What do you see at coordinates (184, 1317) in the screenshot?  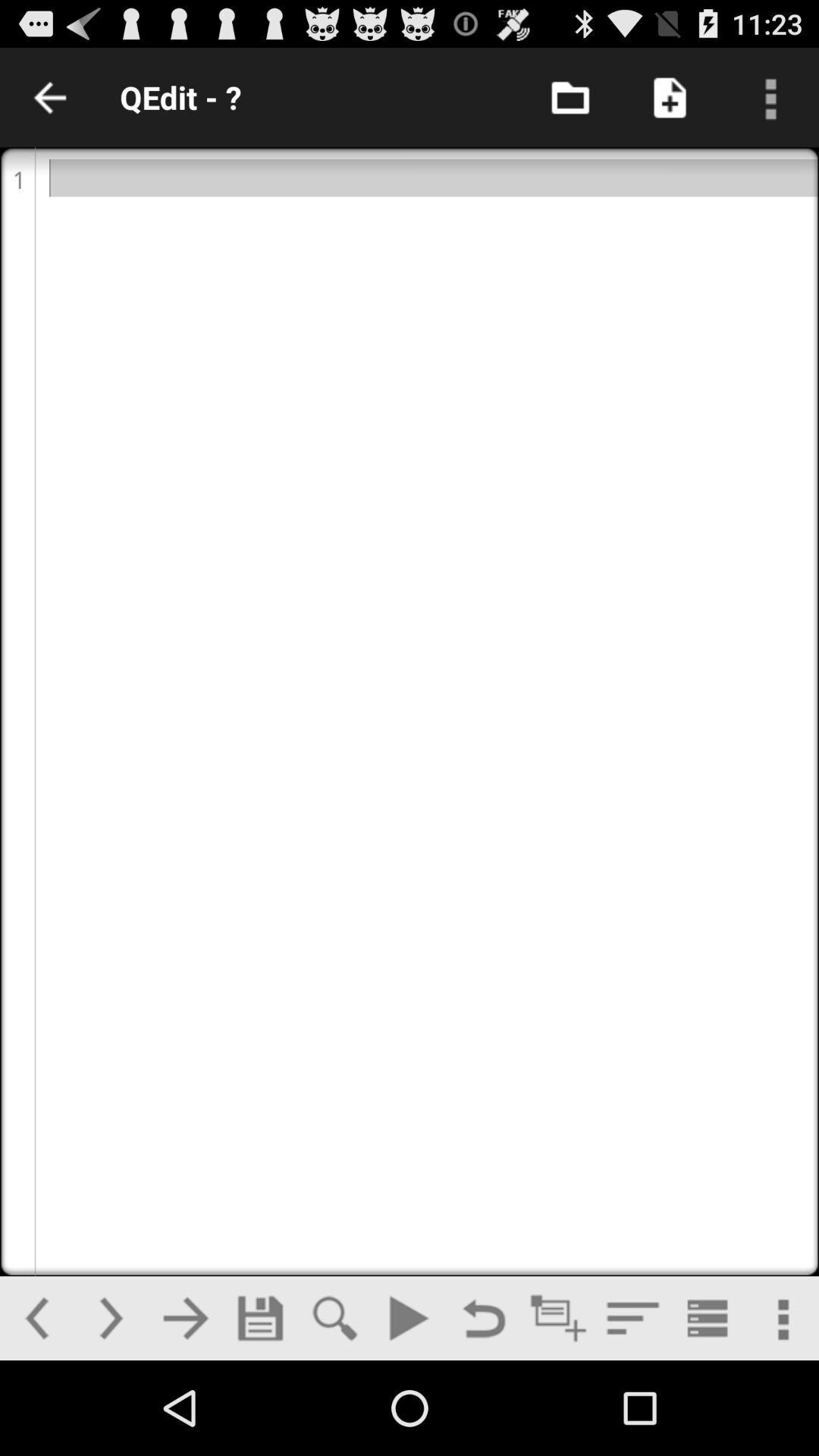 I see `another page` at bounding box center [184, 1317].